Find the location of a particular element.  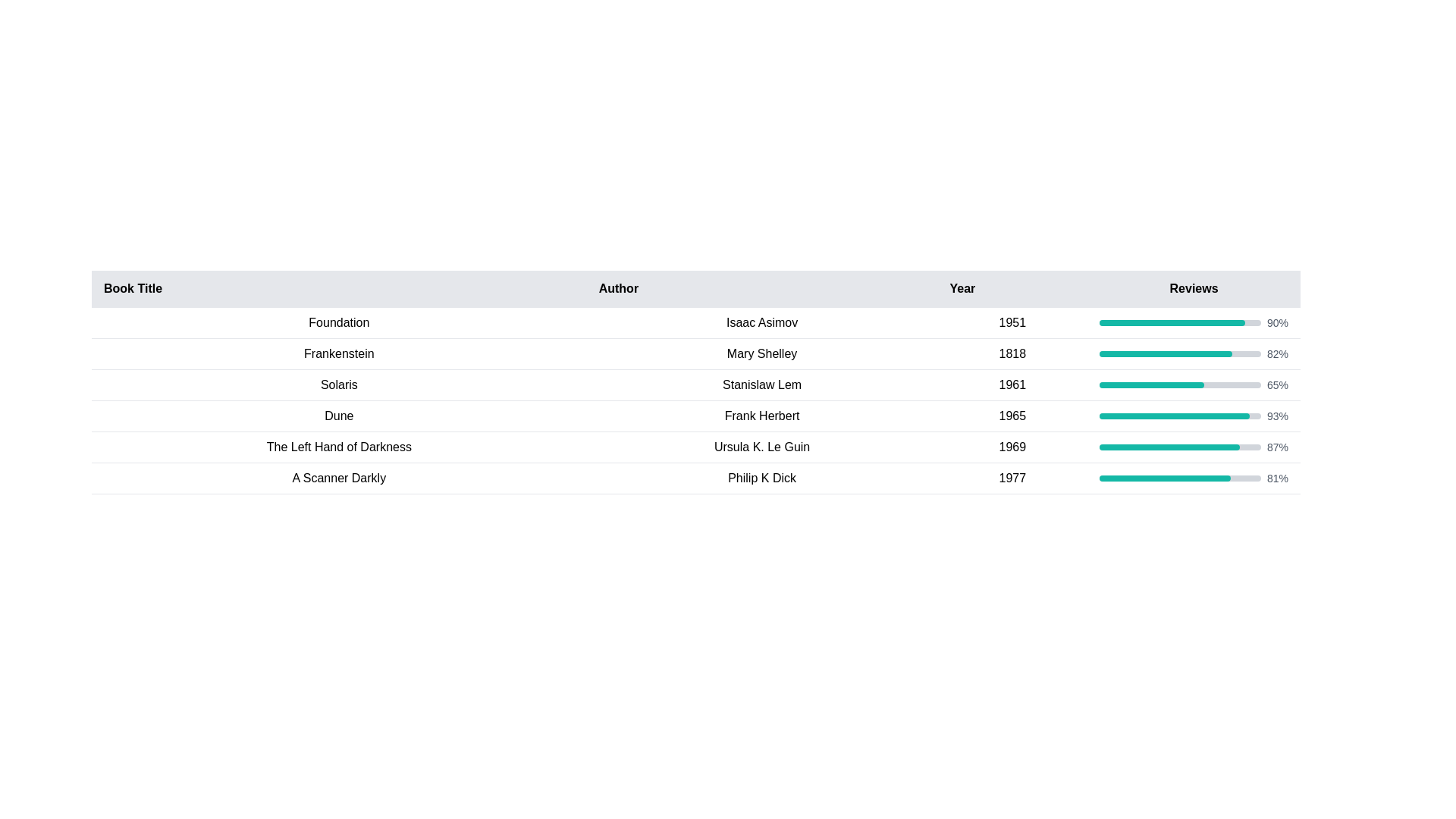

the progress bar in the 'Reviews' column that indicates the percentage of positive reviews for the book 'Frankenstein' is located at coordinates (1179, 353).